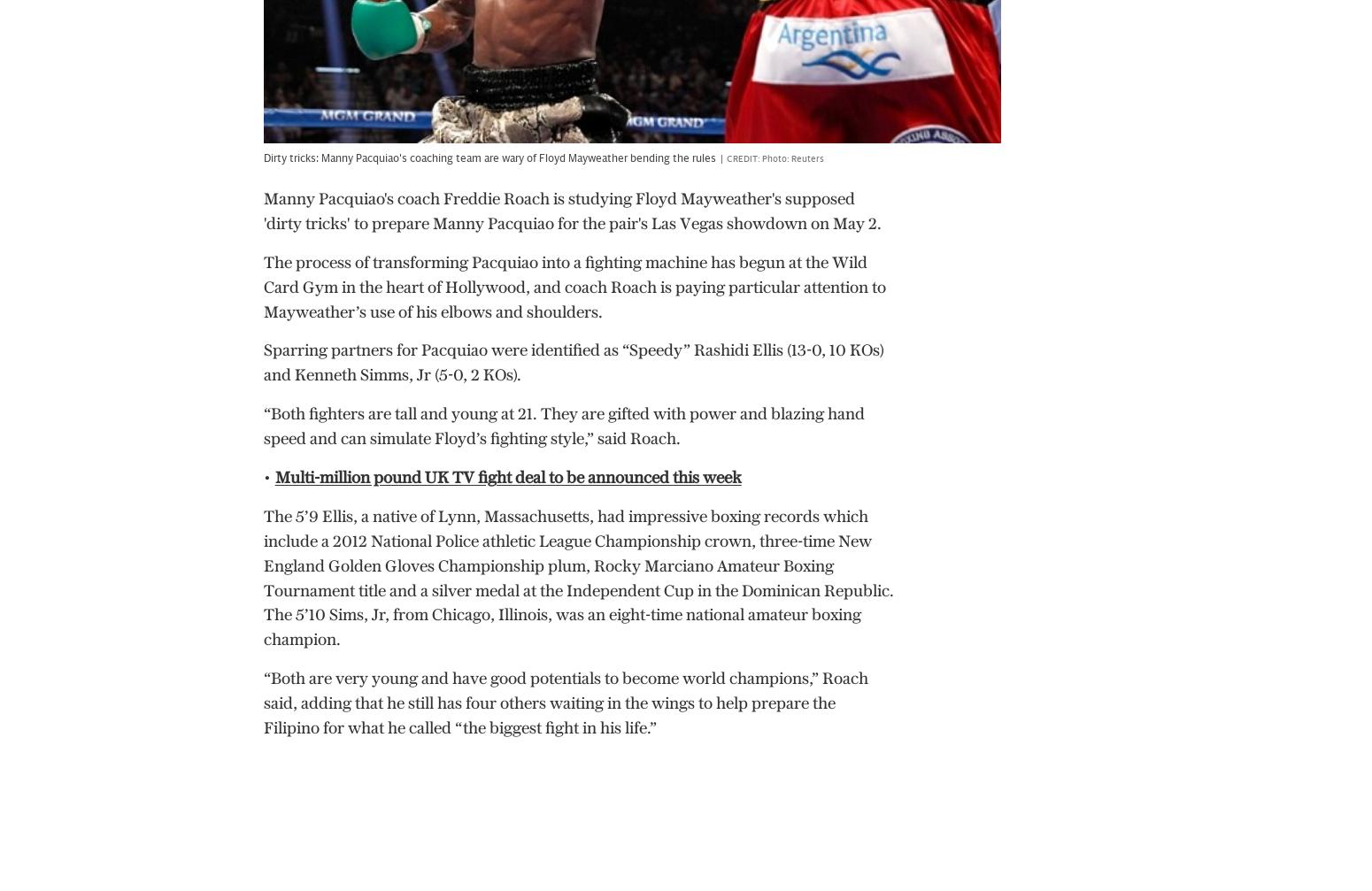 Image resolution: width=1372 pixels, height=891 pixels. Describe the element at coordinates (102, 807) in the screenshot. I see `'Terms and Conditions'` at that location.